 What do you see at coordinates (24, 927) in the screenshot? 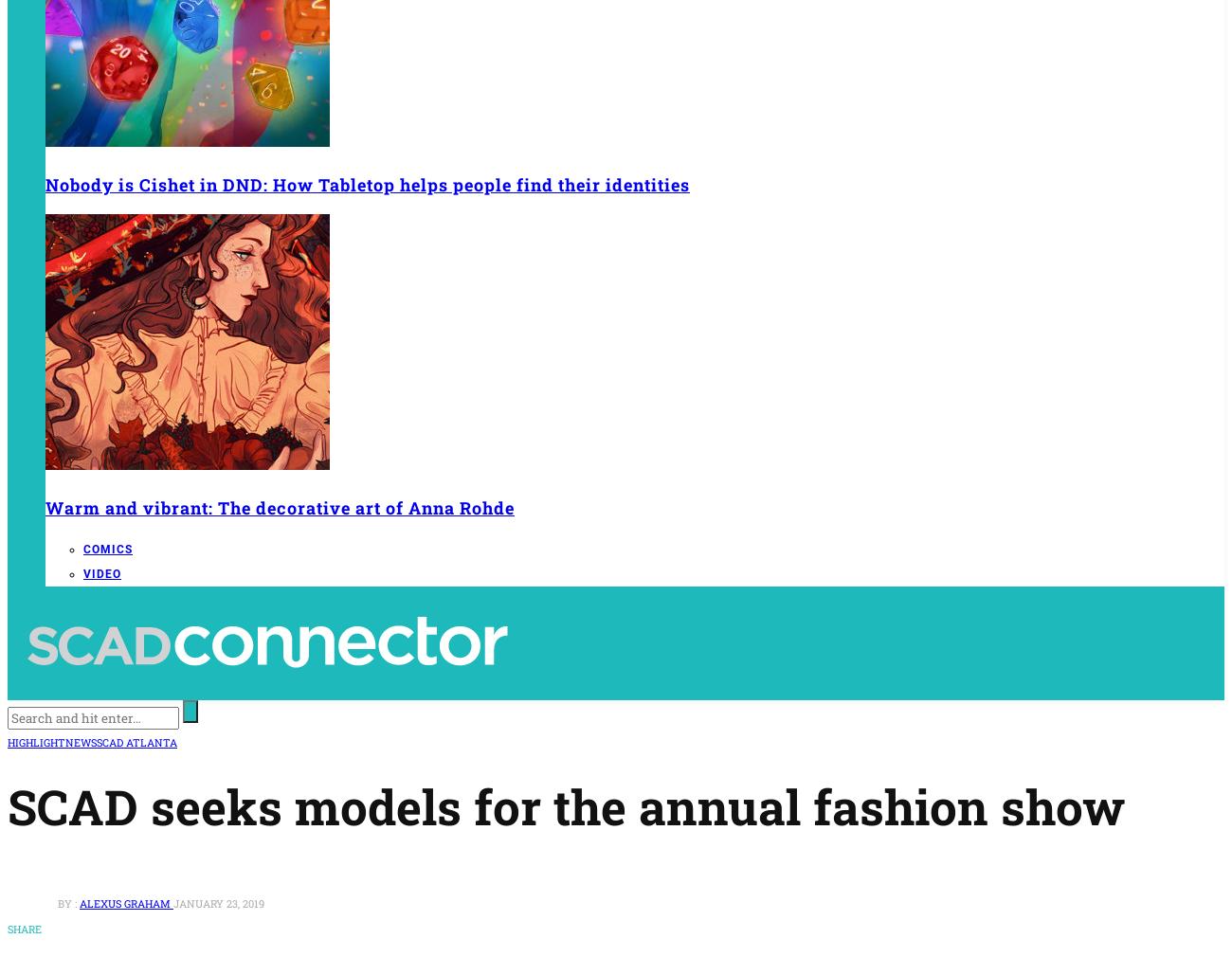
I see `'share'` at bounding box center [24, 927].